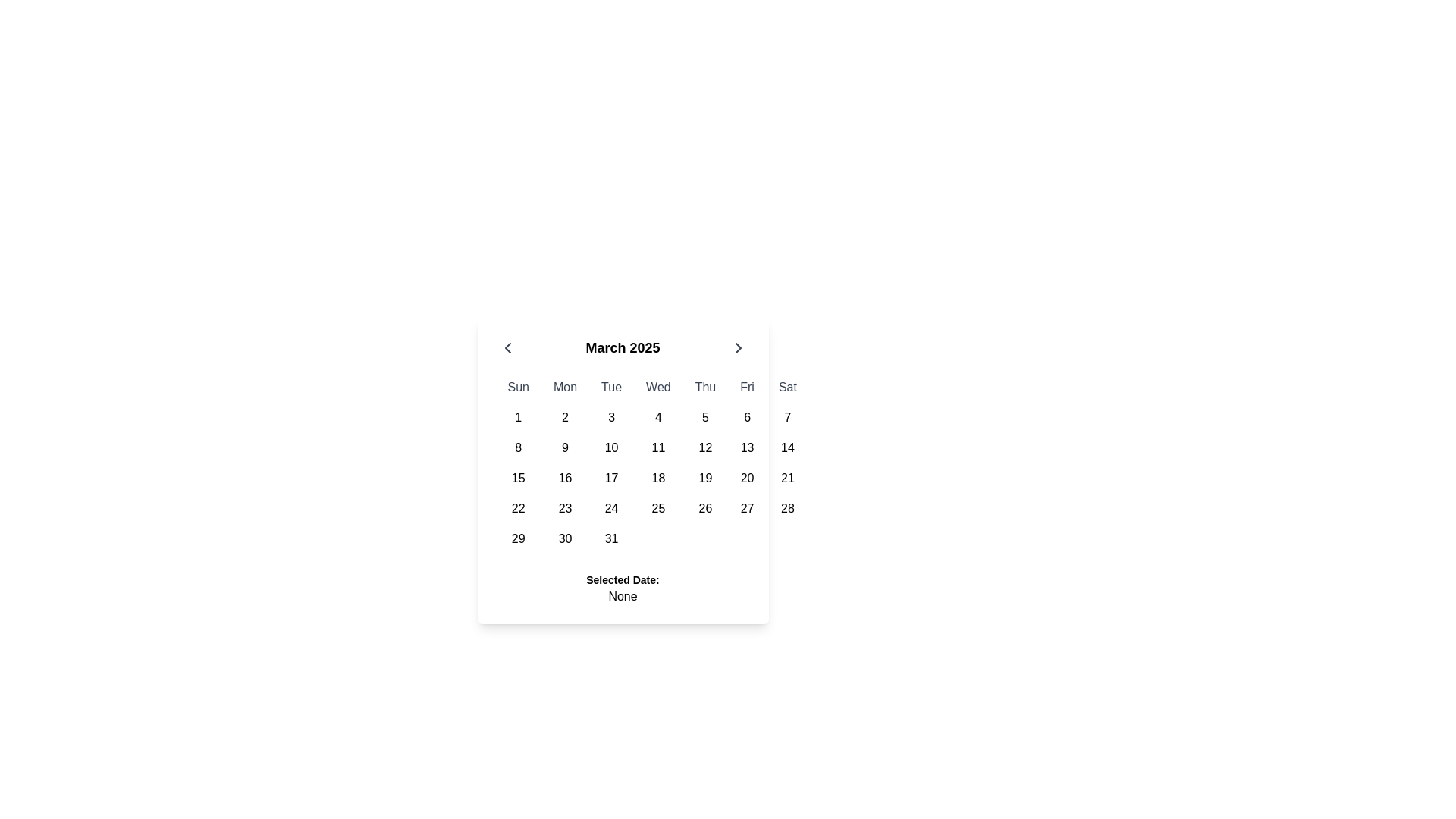 The image size is (1456, 819). I want to click on the Calendar date cell displaying the date '21', which is a rounded button styled element located at the end of the week in the calendar grid, so click(787, 479).